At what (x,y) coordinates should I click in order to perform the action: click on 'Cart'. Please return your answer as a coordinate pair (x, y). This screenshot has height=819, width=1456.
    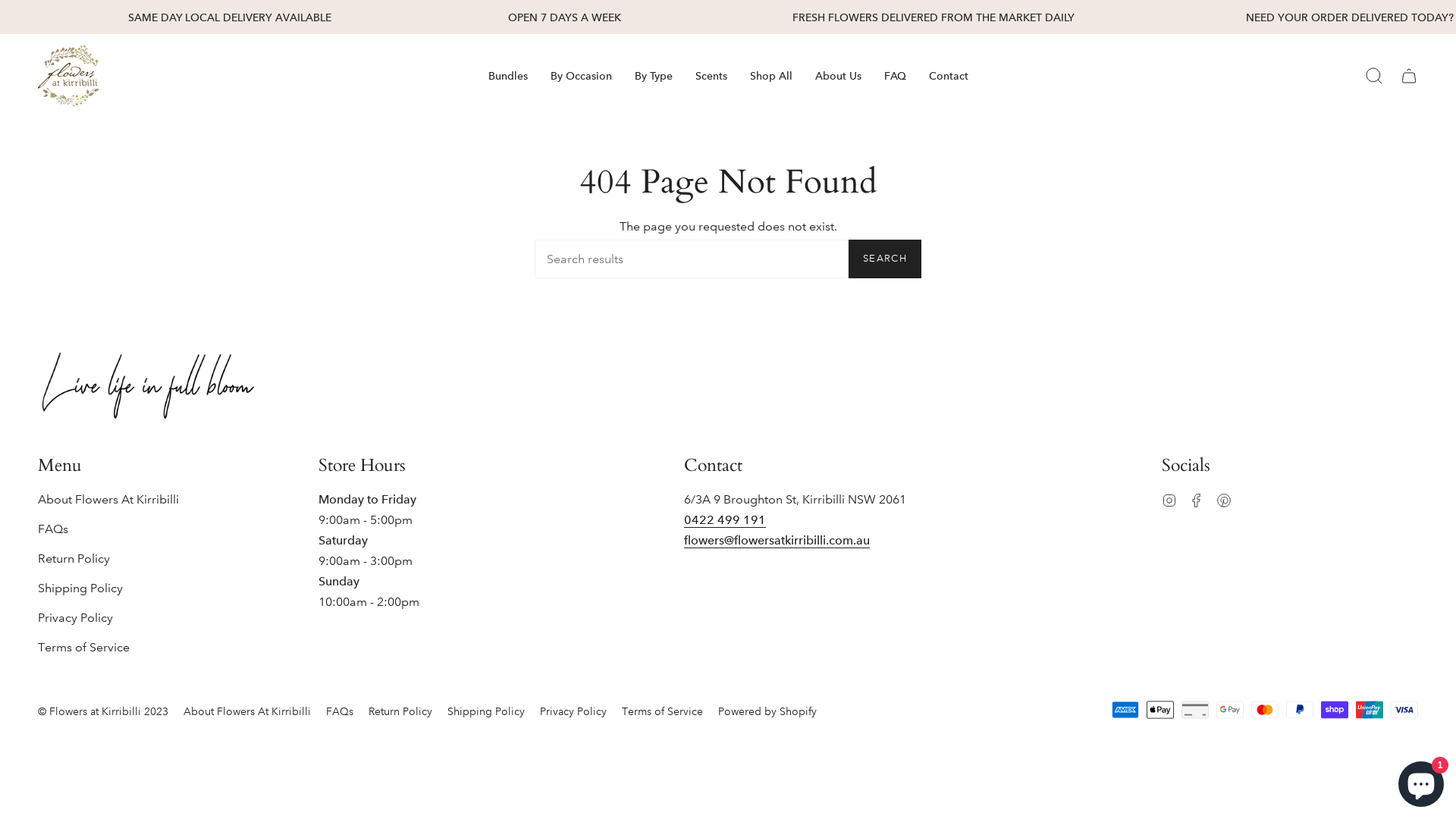
    Looking at the image, I should click on (1407, 76).